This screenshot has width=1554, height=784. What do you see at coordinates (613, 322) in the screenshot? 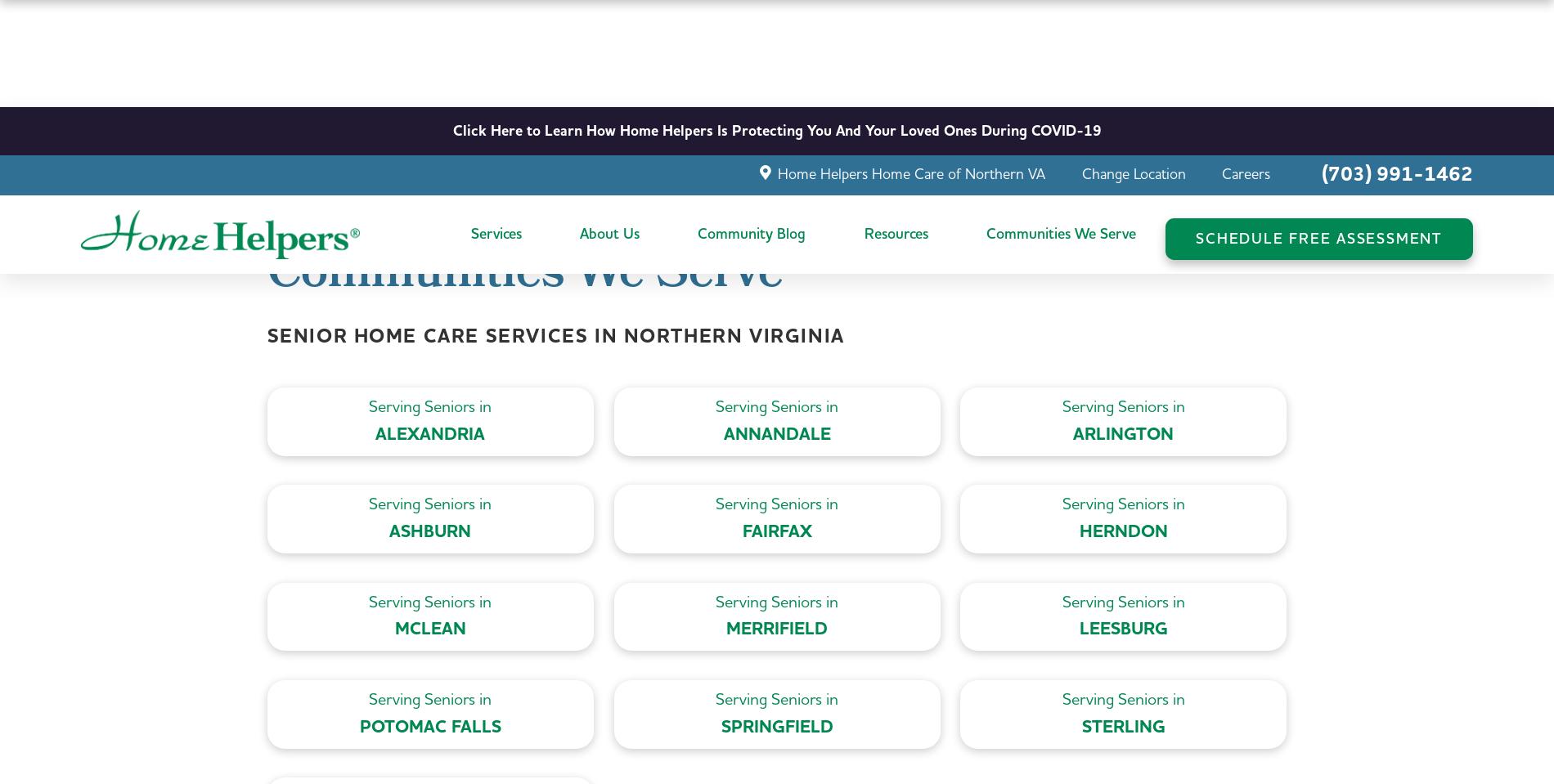
I see `'Our Videos'` at bounding box center [613, 322].